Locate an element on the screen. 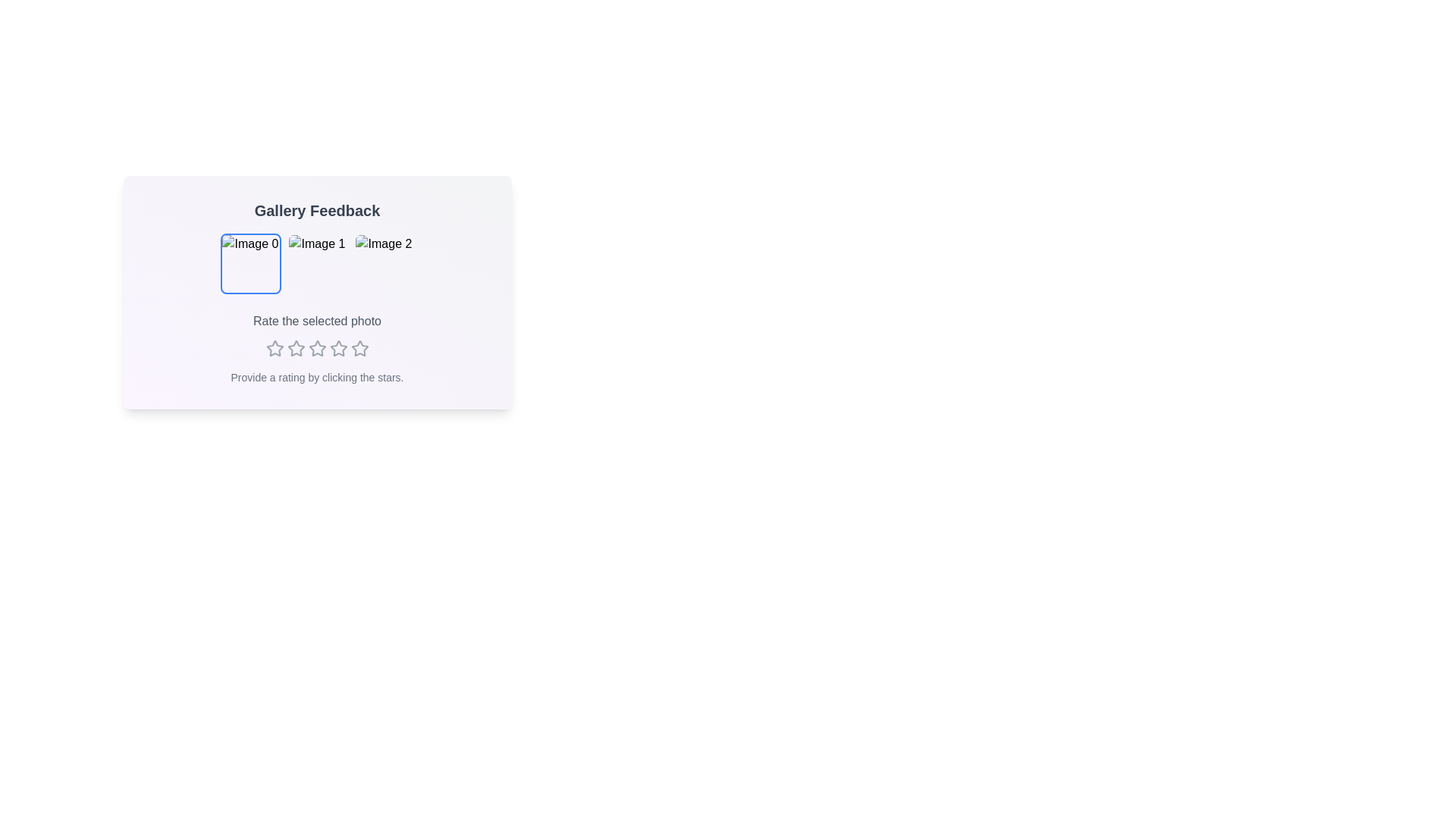 Image resolution: width=1456 pixels, height=819 pixels. the fourth interactive star icon used for rating is located at coordinates (316, 348).